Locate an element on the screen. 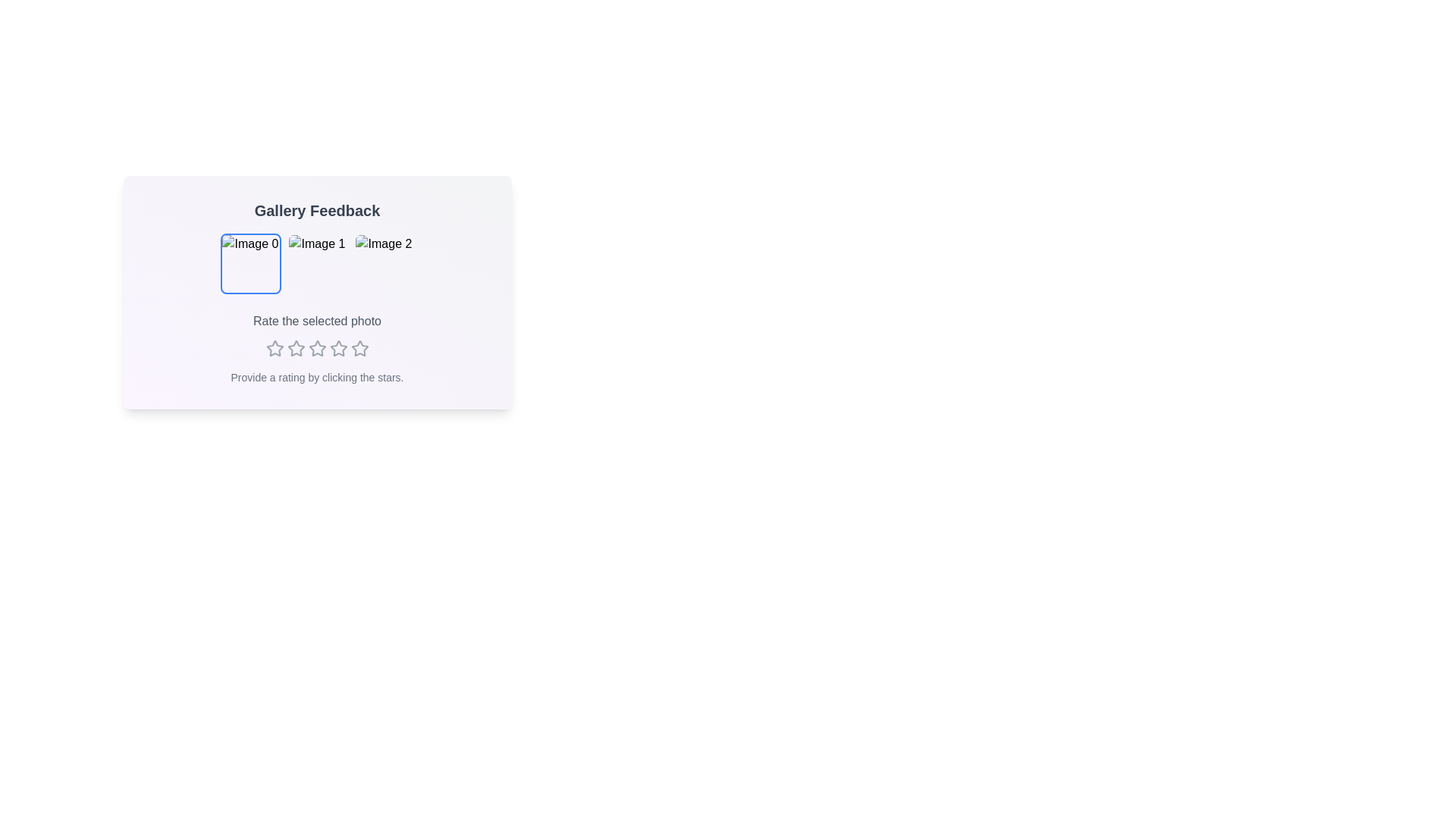 Image resolution: width=1456 pixels, height=819 pixels. the fourth interactive star icon used for rating is located at coordinates (316, 348).